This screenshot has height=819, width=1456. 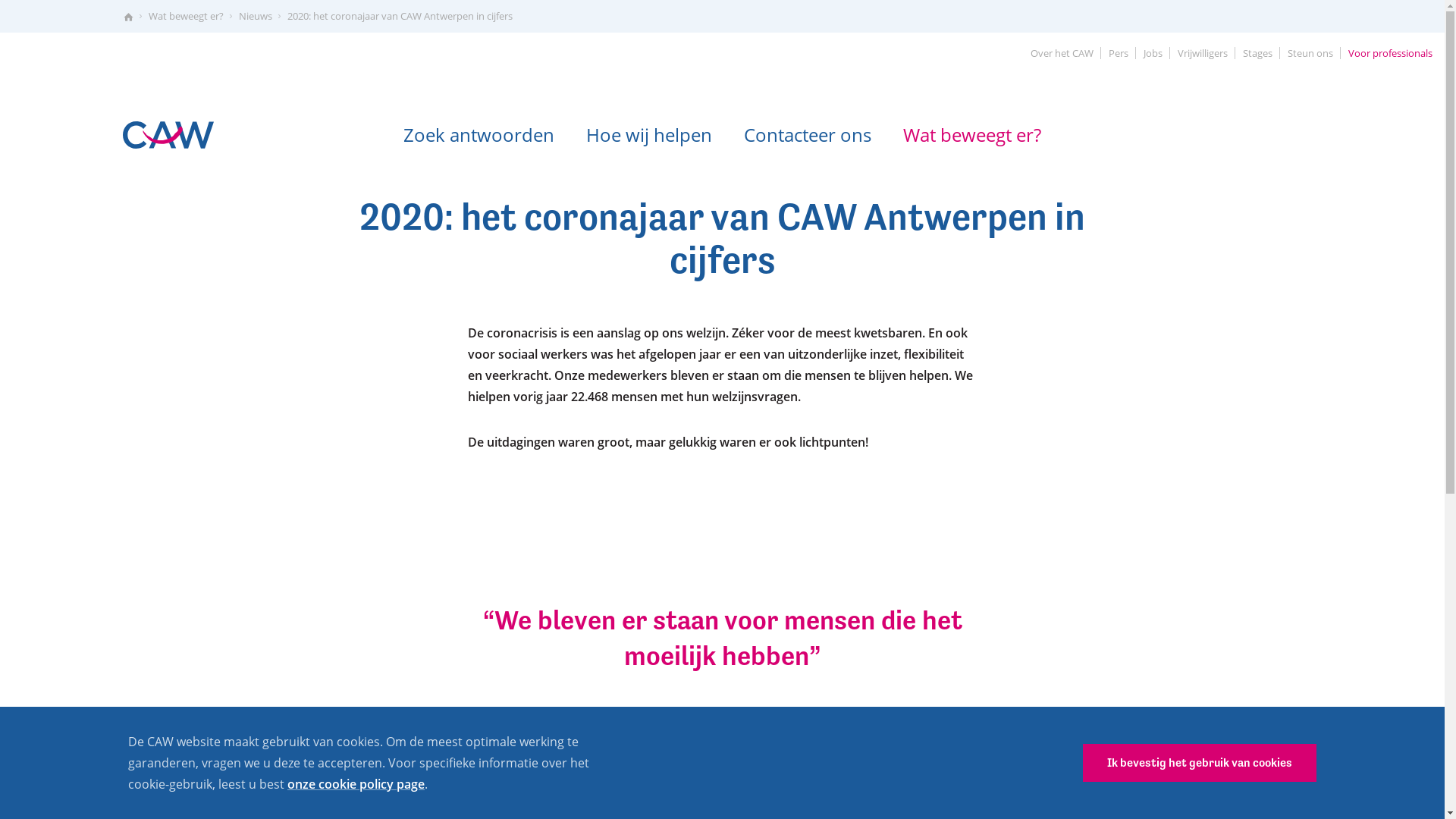 I want to click on 'Steun ons', so click(x=1310, y=52).